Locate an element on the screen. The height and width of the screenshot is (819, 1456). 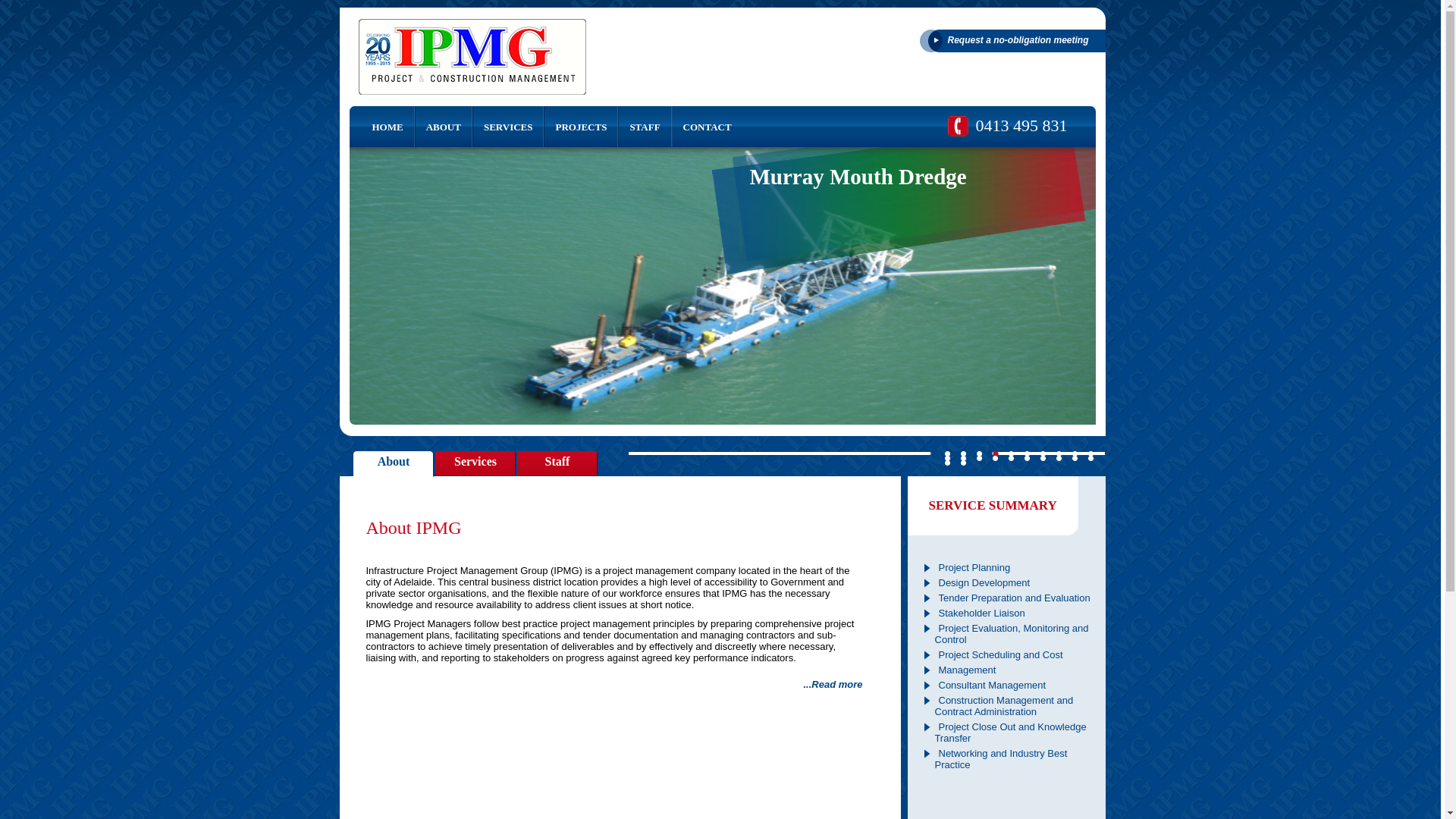
'HOME' is located at coordinates (381, 125).